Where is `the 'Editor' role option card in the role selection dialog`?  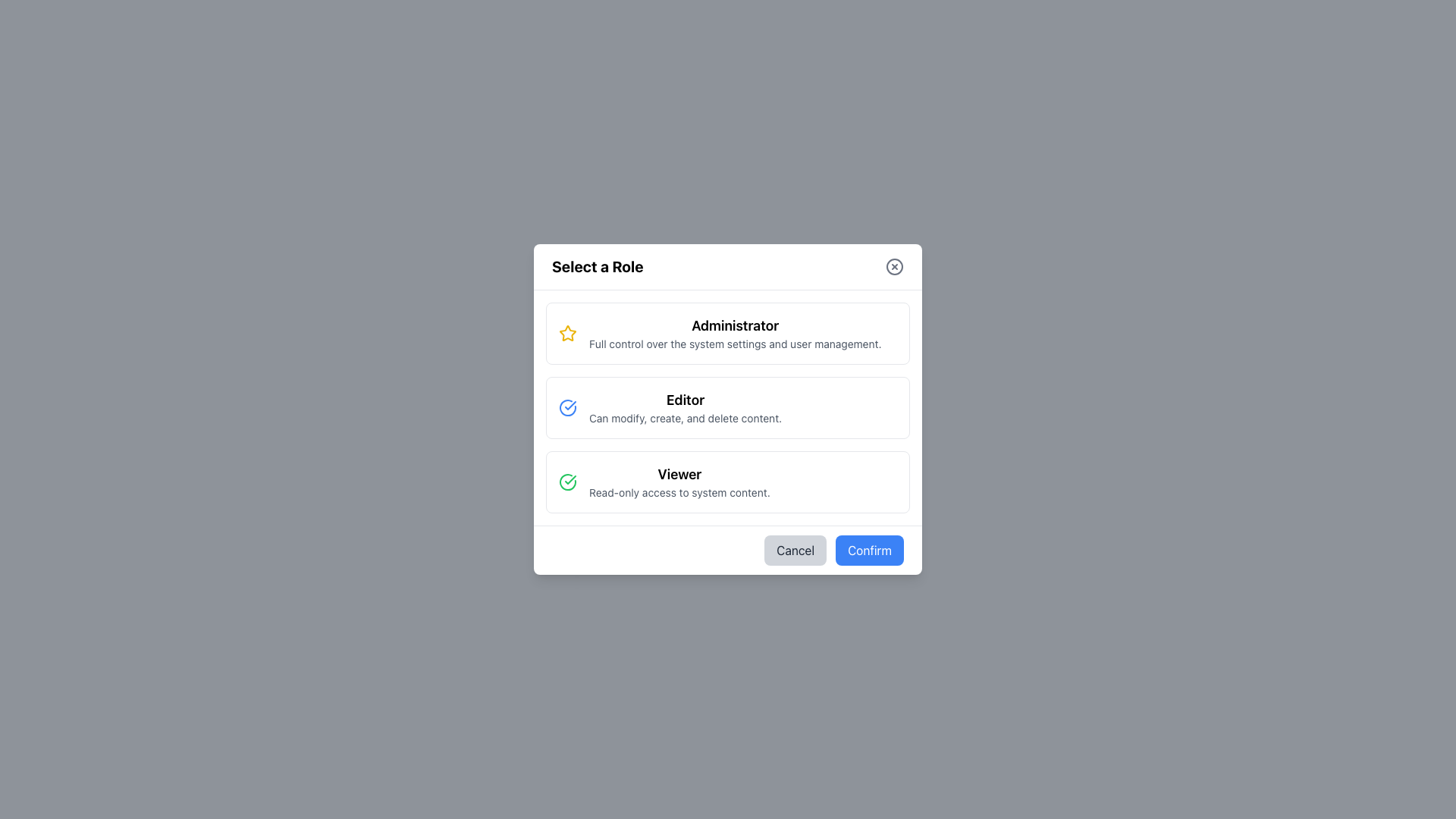 the 'Editor' role option card in the role selection dialog is located at coordinates (728, 409).